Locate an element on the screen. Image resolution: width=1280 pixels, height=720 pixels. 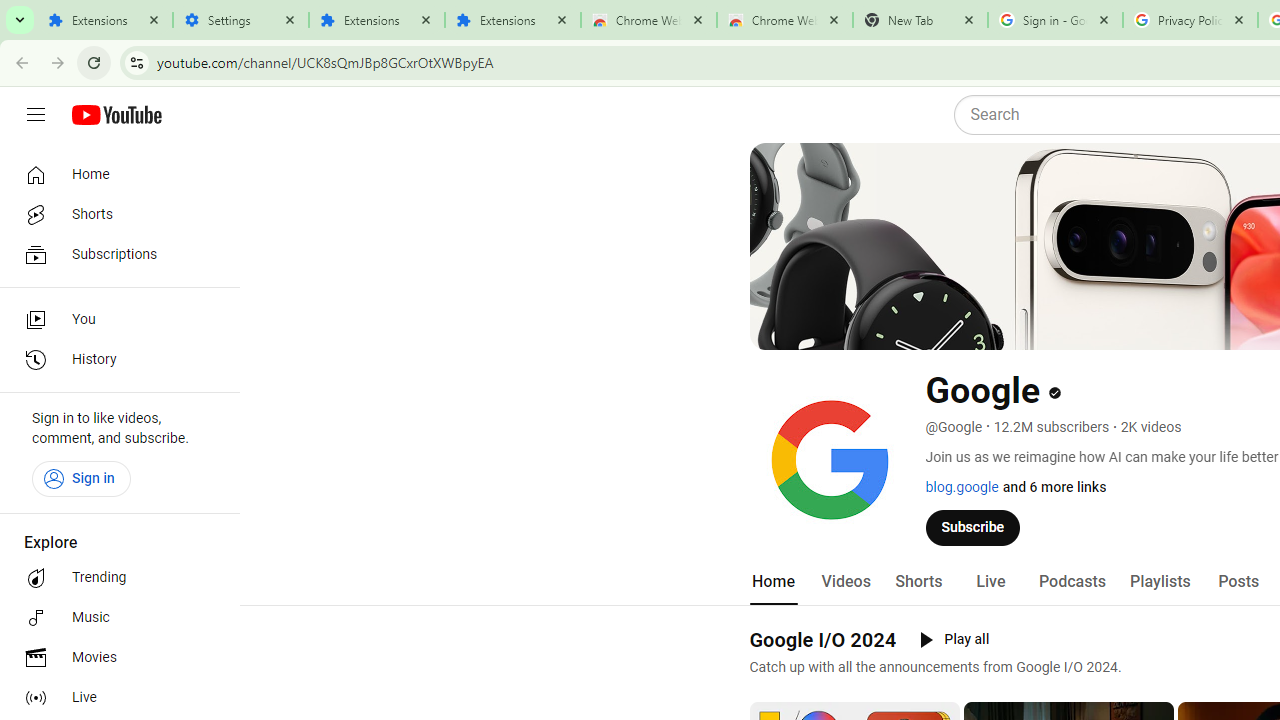
'Google I/O 2024' is located at coordinates (823, 639).